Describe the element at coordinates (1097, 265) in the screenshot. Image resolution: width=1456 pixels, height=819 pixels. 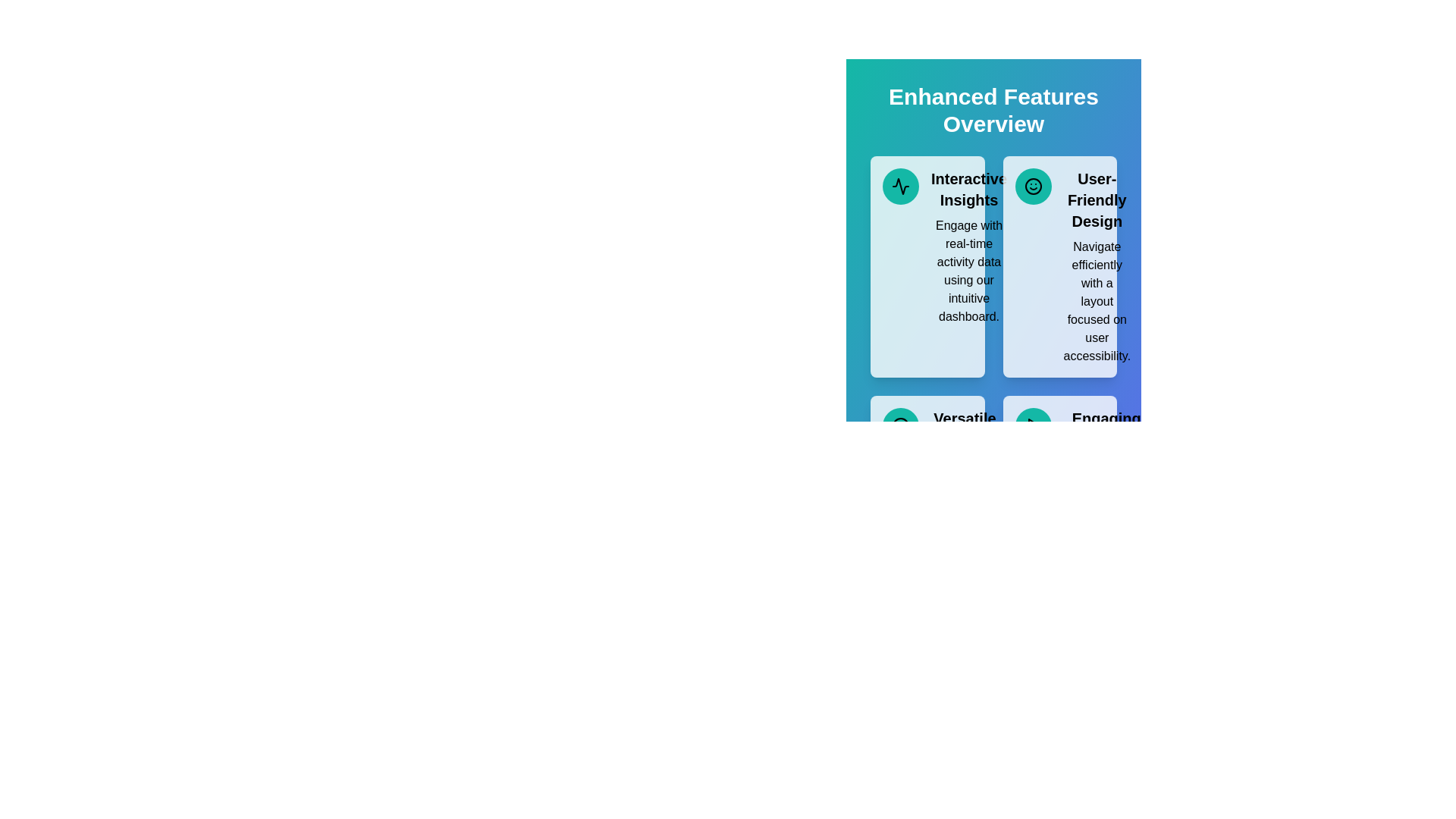
I see `the text-based informational content element located within the second card of the 'Enhanced Features Overview' section, which provides details about the user-friendly design of the interface` at that location.